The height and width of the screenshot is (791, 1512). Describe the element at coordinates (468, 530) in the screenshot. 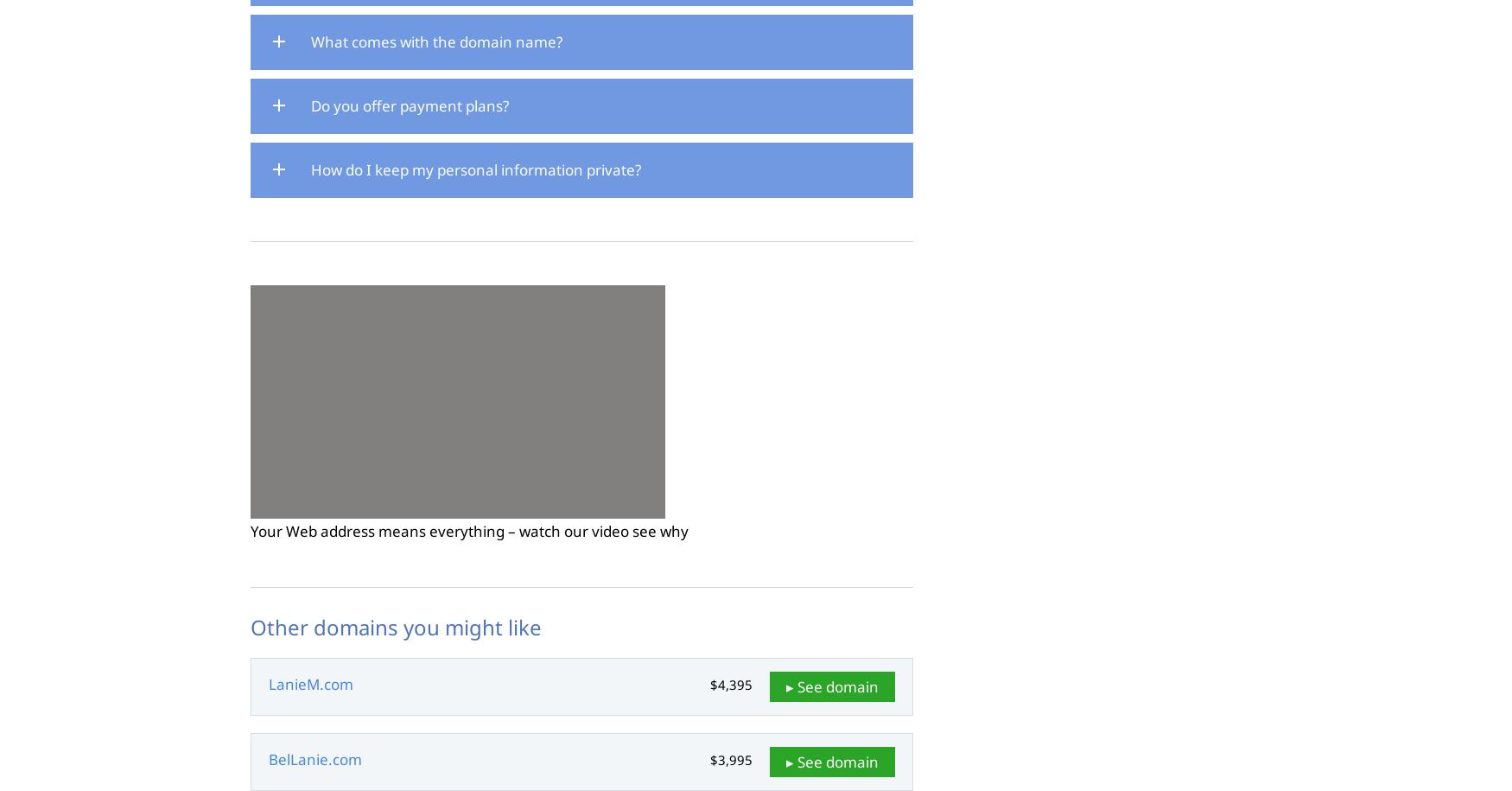

I see `'Your Web address means everything – watch our video see why'` at that location.